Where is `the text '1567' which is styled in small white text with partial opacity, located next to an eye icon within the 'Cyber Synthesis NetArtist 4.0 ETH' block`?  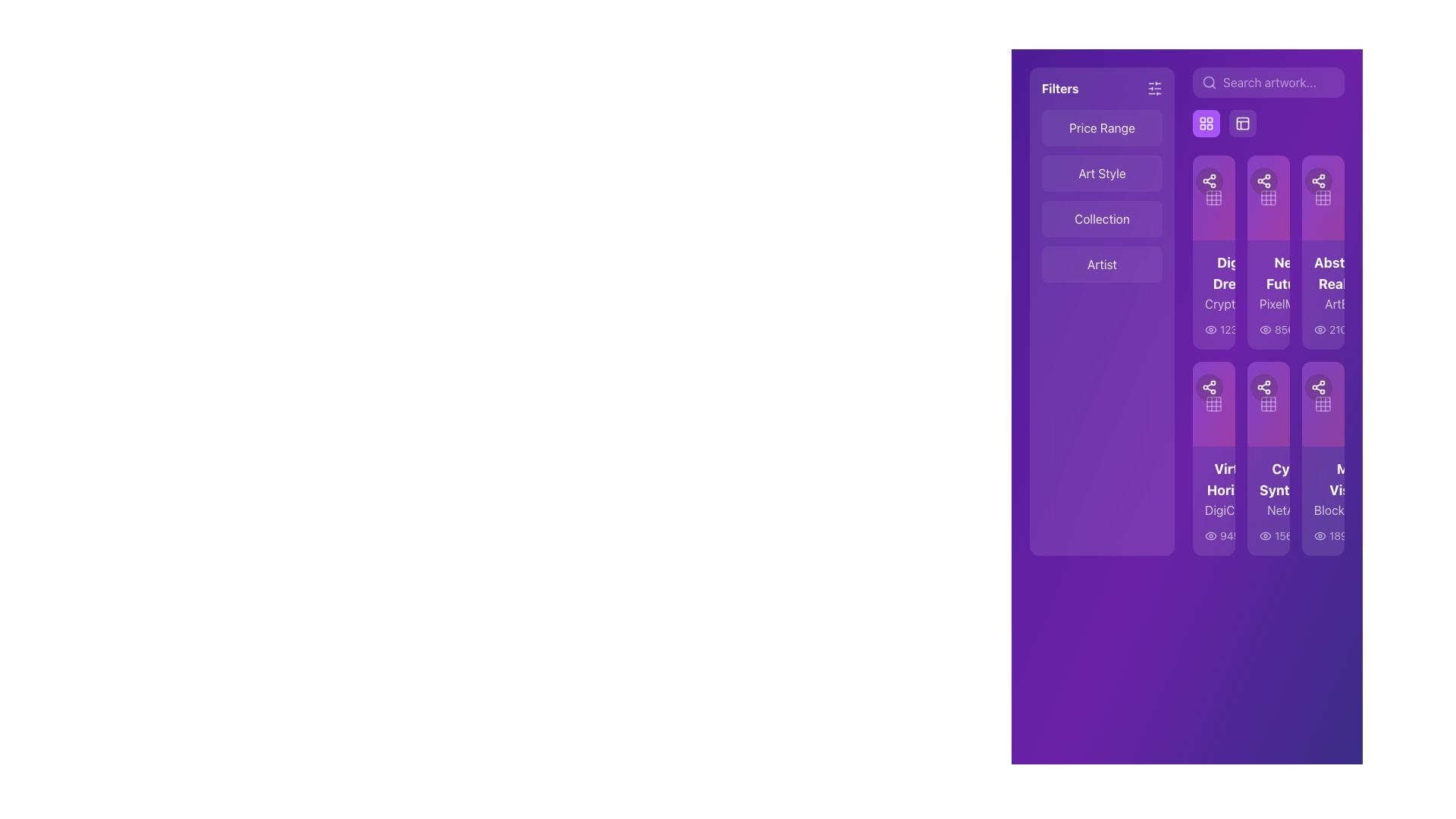 the text '1567' which is styled in small white text with partial opacity, located next to an eye icon within the 'Cyber Synthesis NetArtist 4.0 ETH' block is located at coordinates (1269, 535).